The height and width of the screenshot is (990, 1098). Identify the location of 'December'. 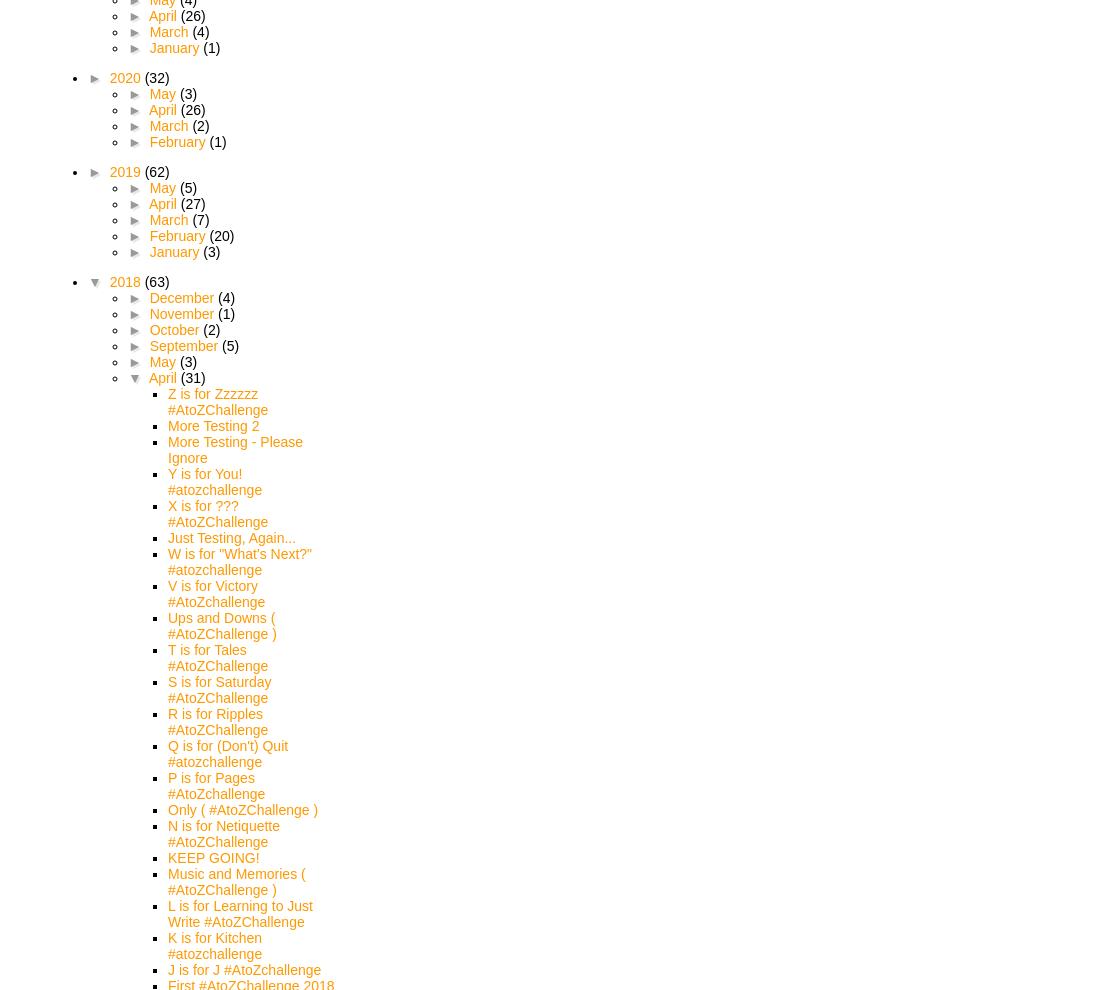
(183, 297).